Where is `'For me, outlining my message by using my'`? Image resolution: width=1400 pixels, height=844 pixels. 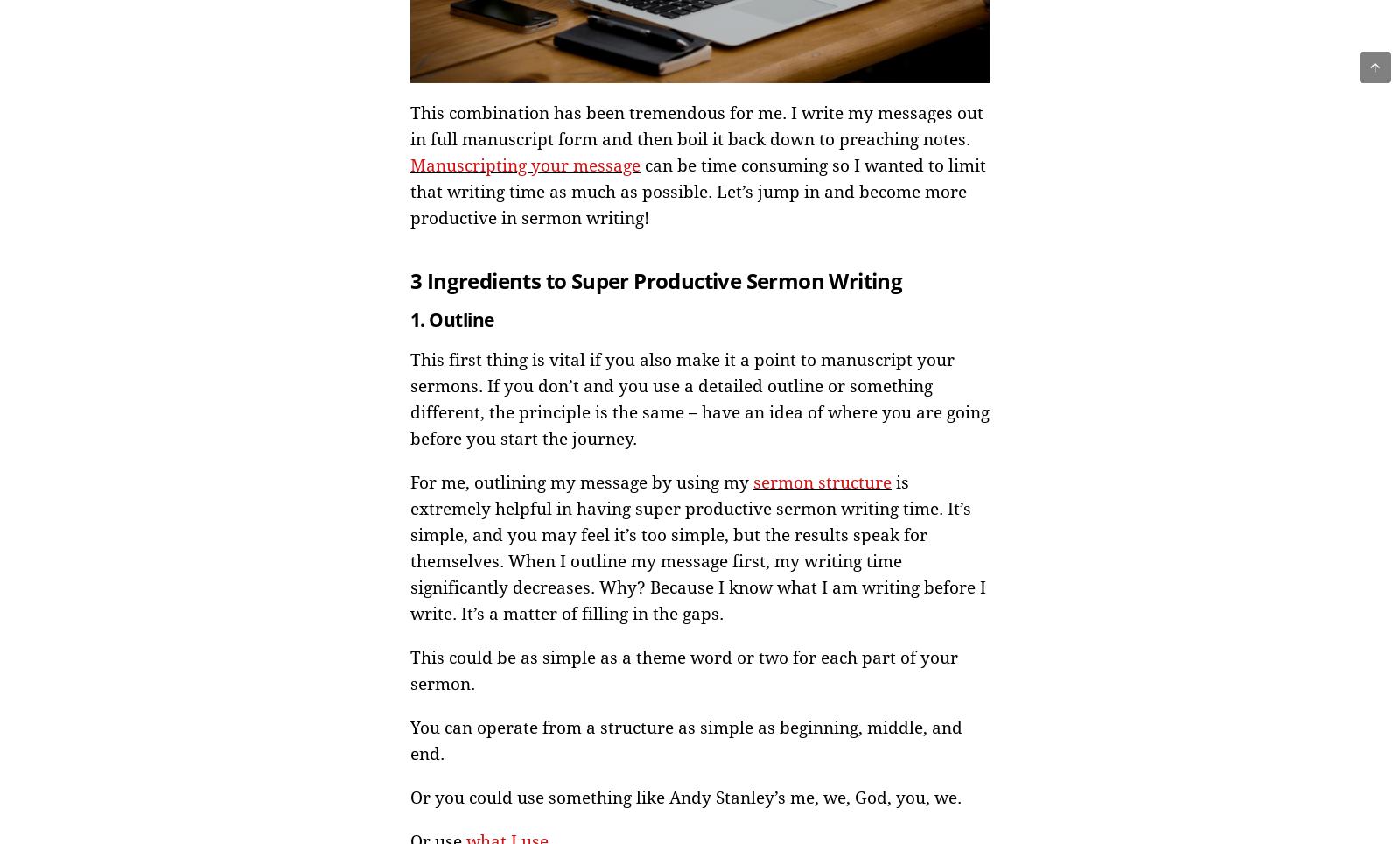
'For me, outlining my message by using my' is located at coordinates (409, 482).